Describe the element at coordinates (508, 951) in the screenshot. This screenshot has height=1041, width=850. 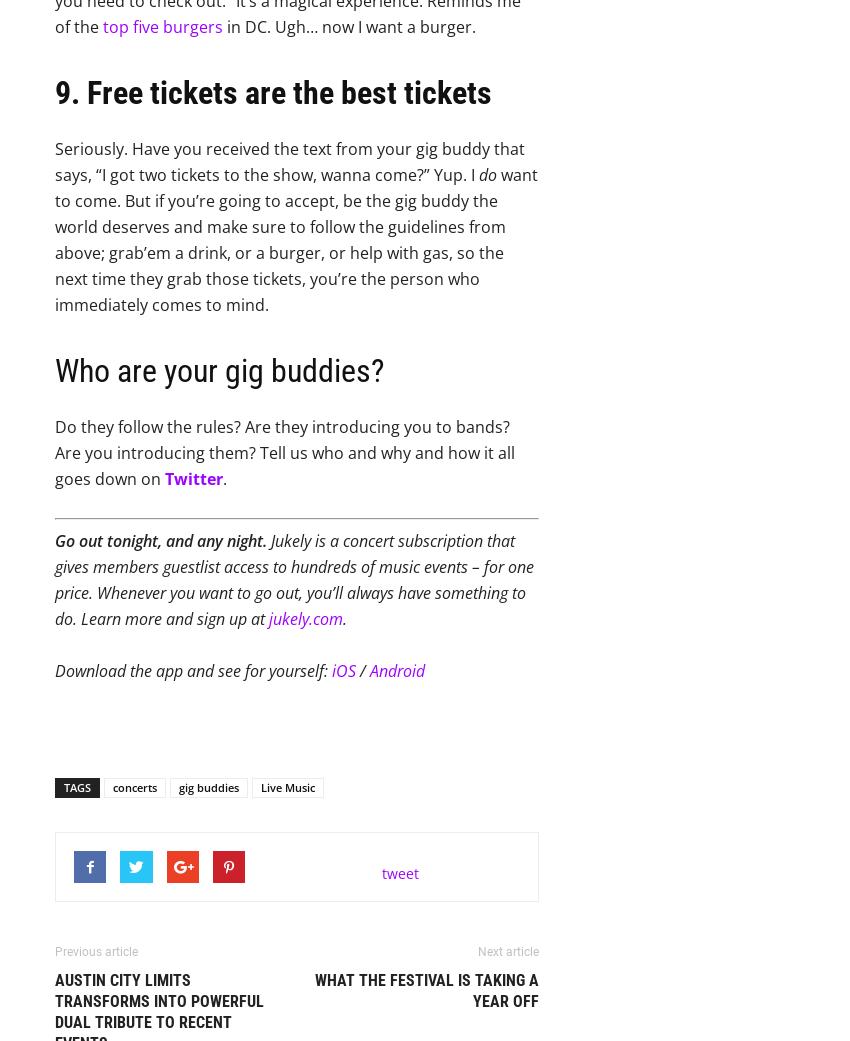
I see `'Next article'` at that location.